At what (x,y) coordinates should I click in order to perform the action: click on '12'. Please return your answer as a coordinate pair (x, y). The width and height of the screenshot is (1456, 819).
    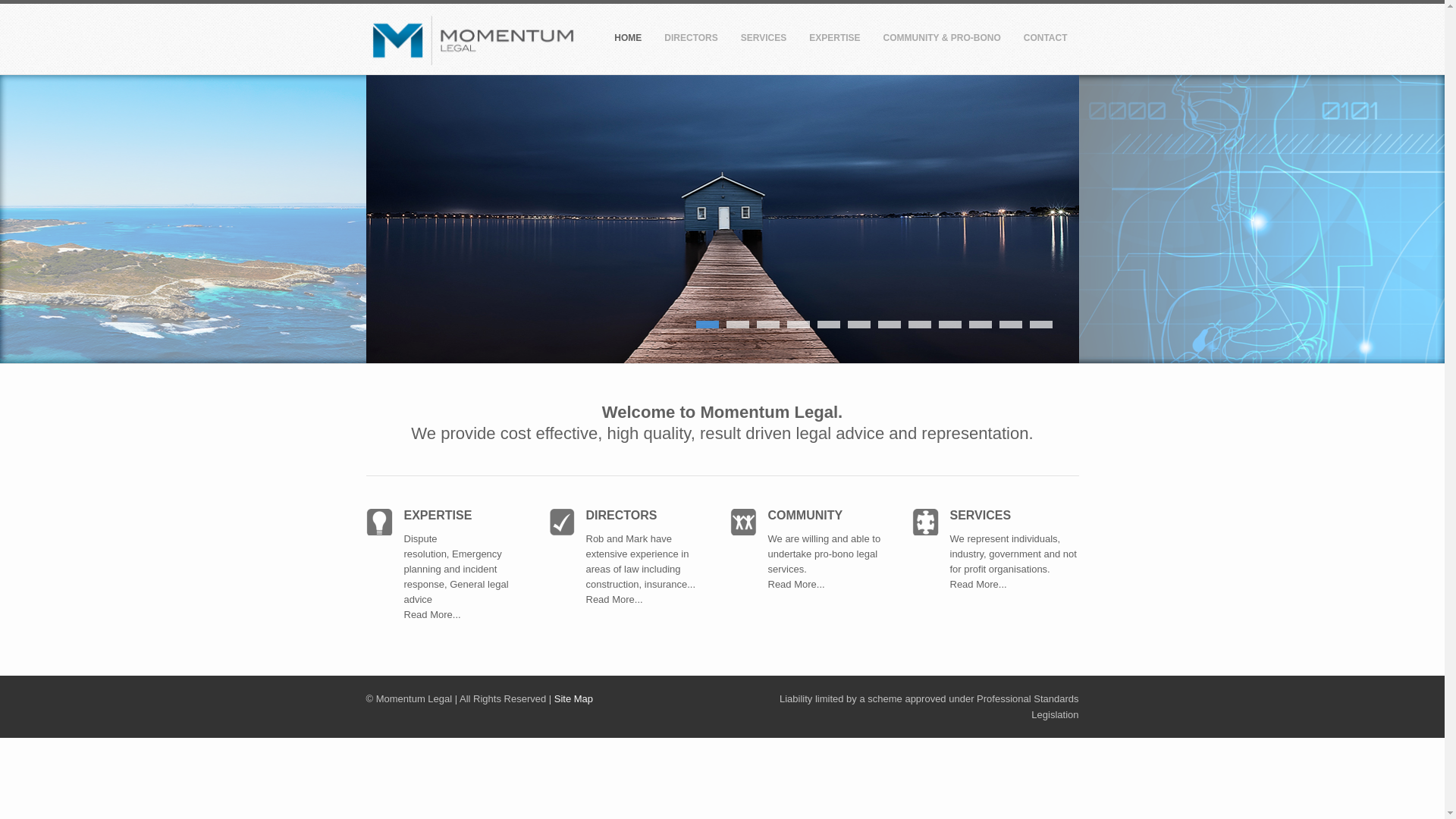
    Looking at the image, I should click on (1040, 324).